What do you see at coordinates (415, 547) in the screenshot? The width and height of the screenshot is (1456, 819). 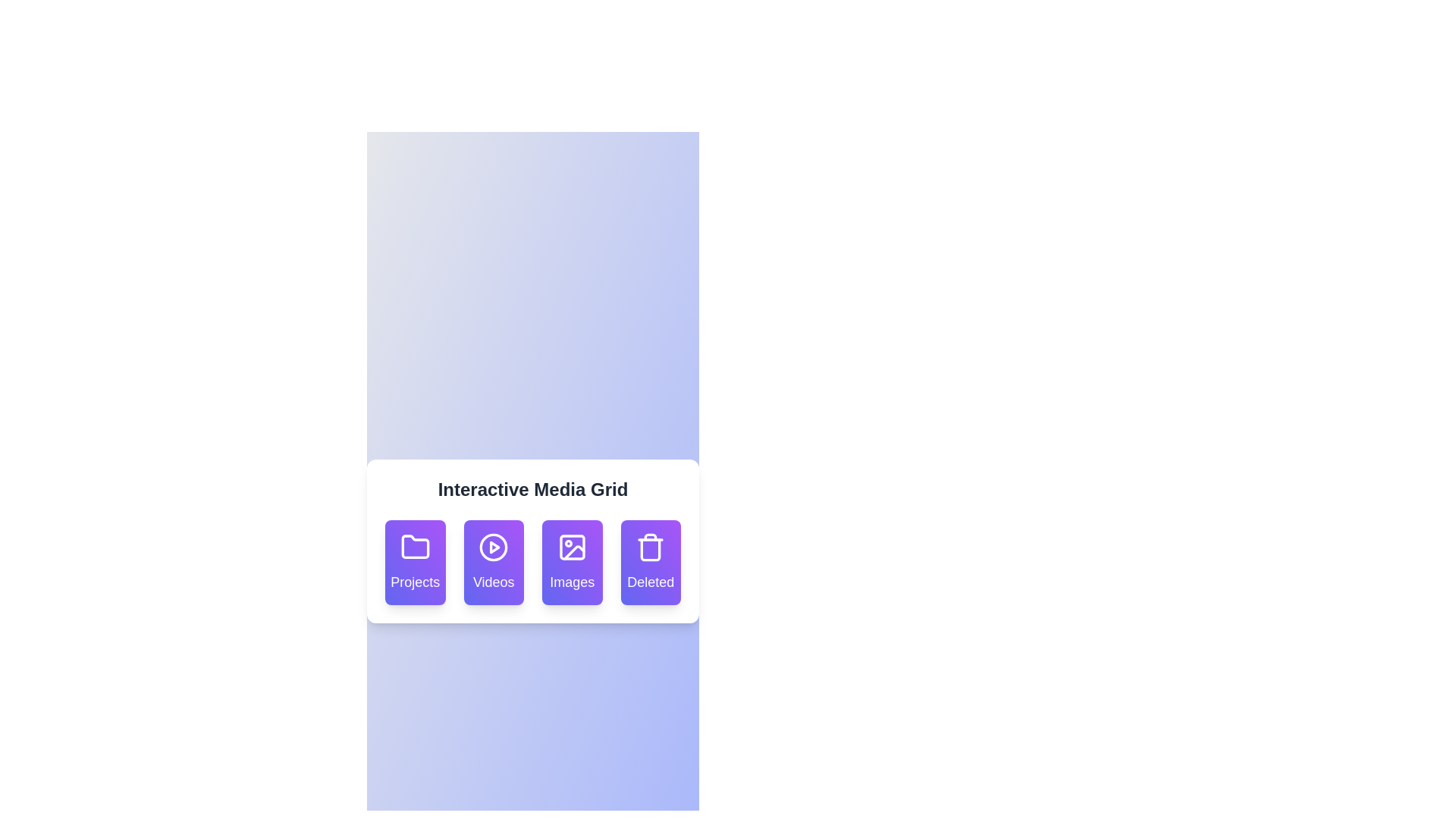 I see `the folder icon on the leftmost side of the row` at bounding box center [415, 547].